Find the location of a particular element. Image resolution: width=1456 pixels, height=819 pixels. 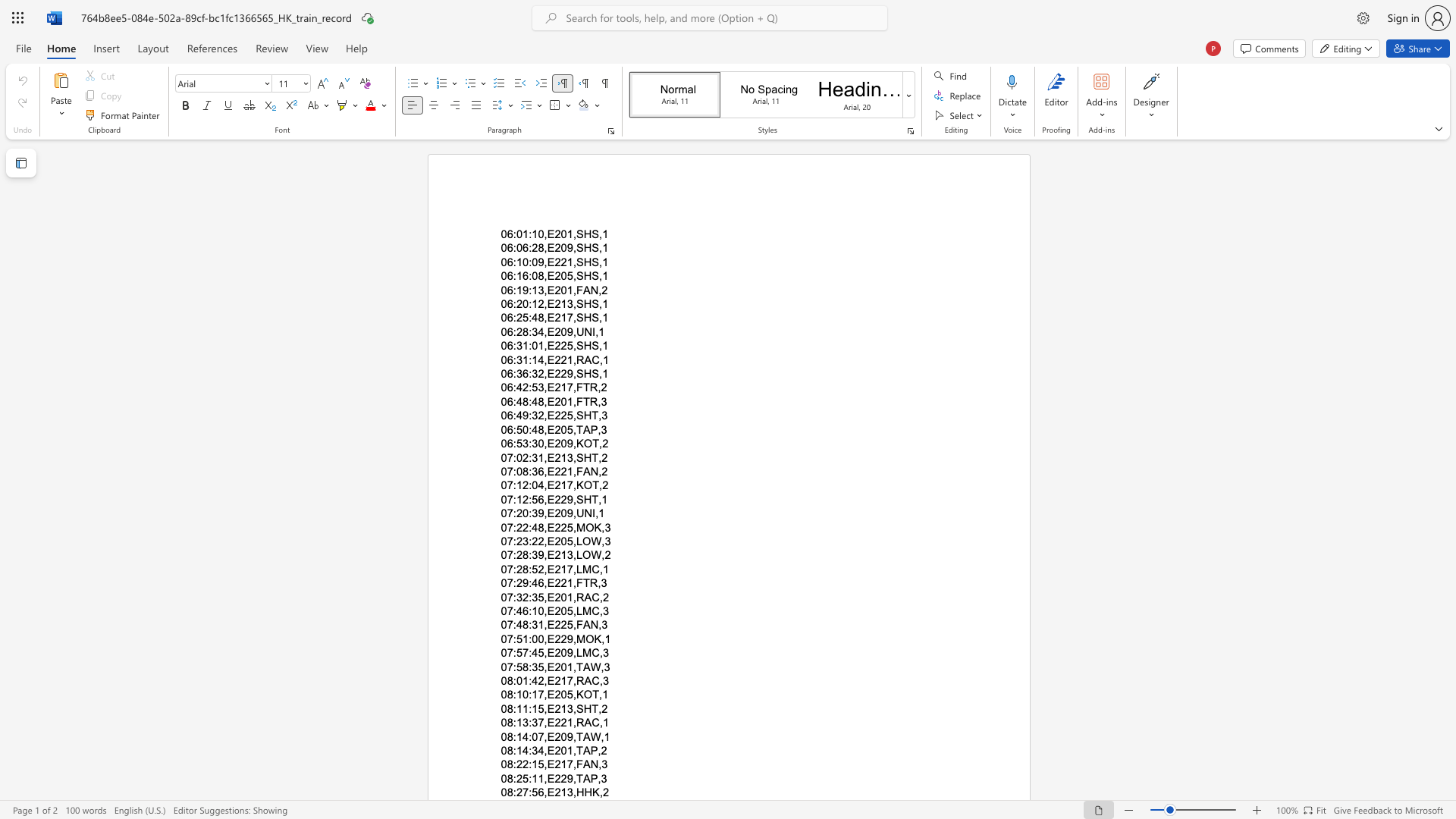

the subset text "213,SHT" within the text "08:11:15,E213,SHT,2" is located at coordinates (554, 708).